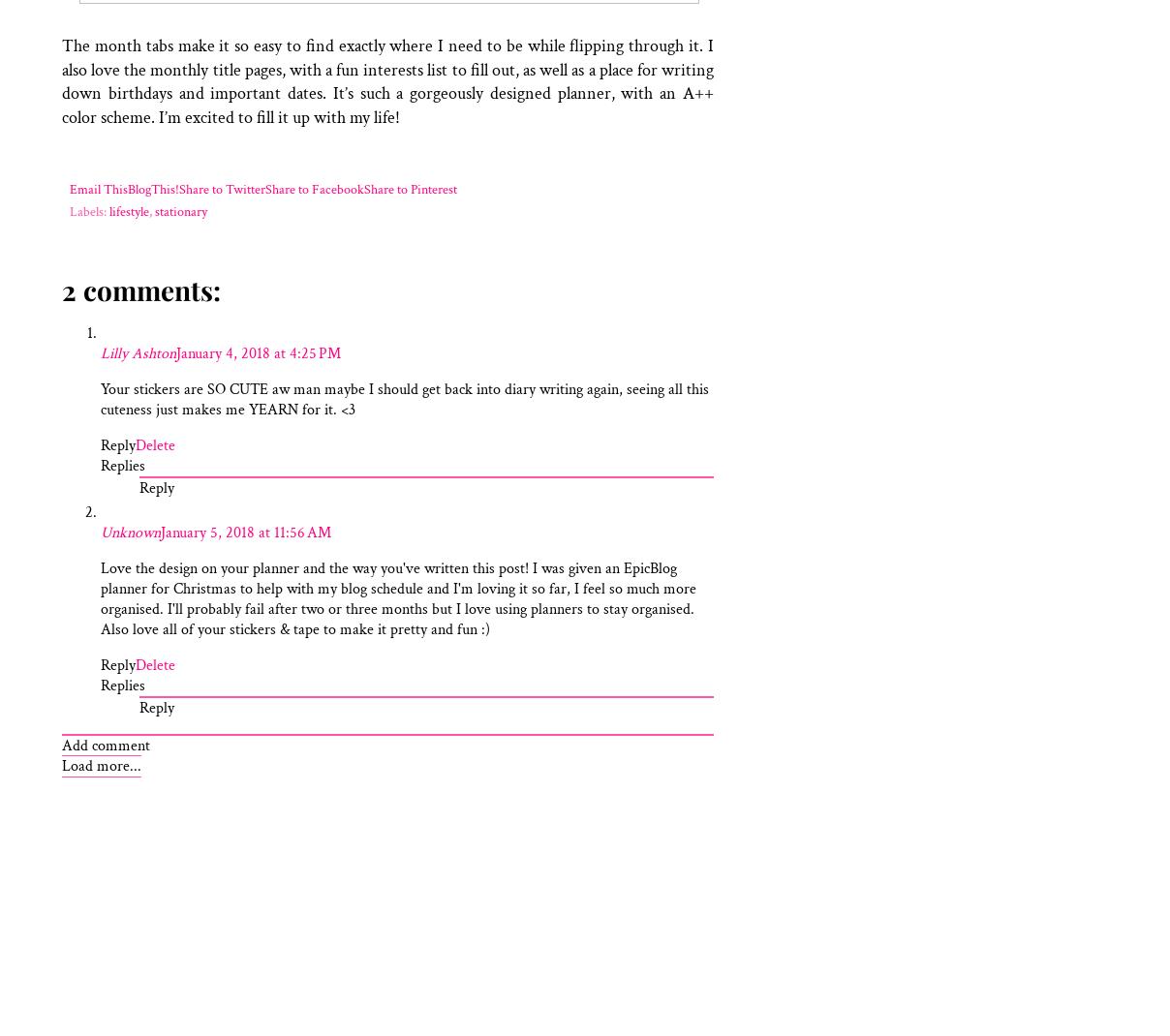 The image size is (1170, 1036). Describe the element at coordinates (100, 352) in the screenshot. I see `'Lilly Ashton'` at that location.